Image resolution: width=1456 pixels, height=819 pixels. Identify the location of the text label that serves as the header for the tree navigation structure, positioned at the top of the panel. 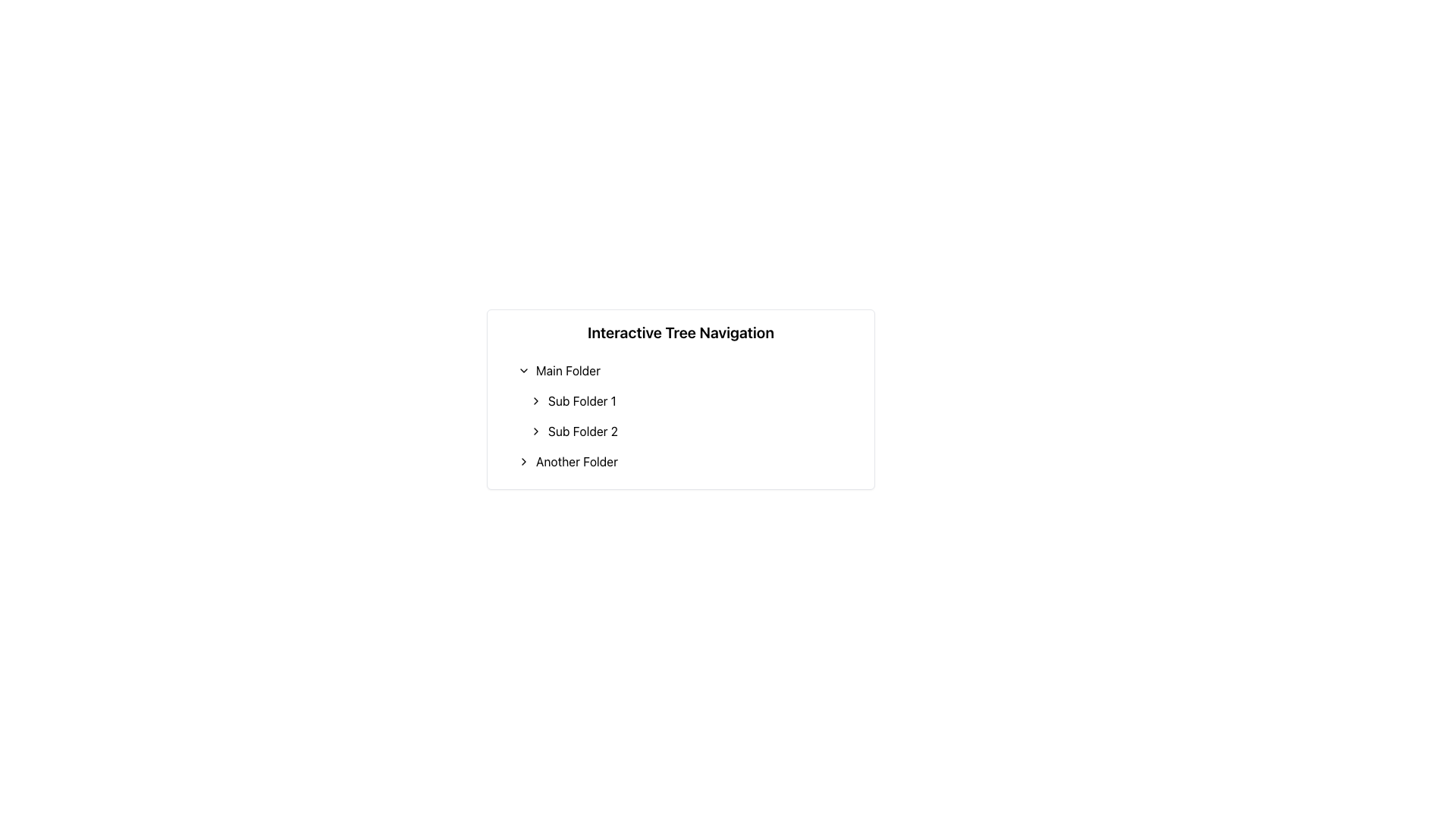
(679, 332).